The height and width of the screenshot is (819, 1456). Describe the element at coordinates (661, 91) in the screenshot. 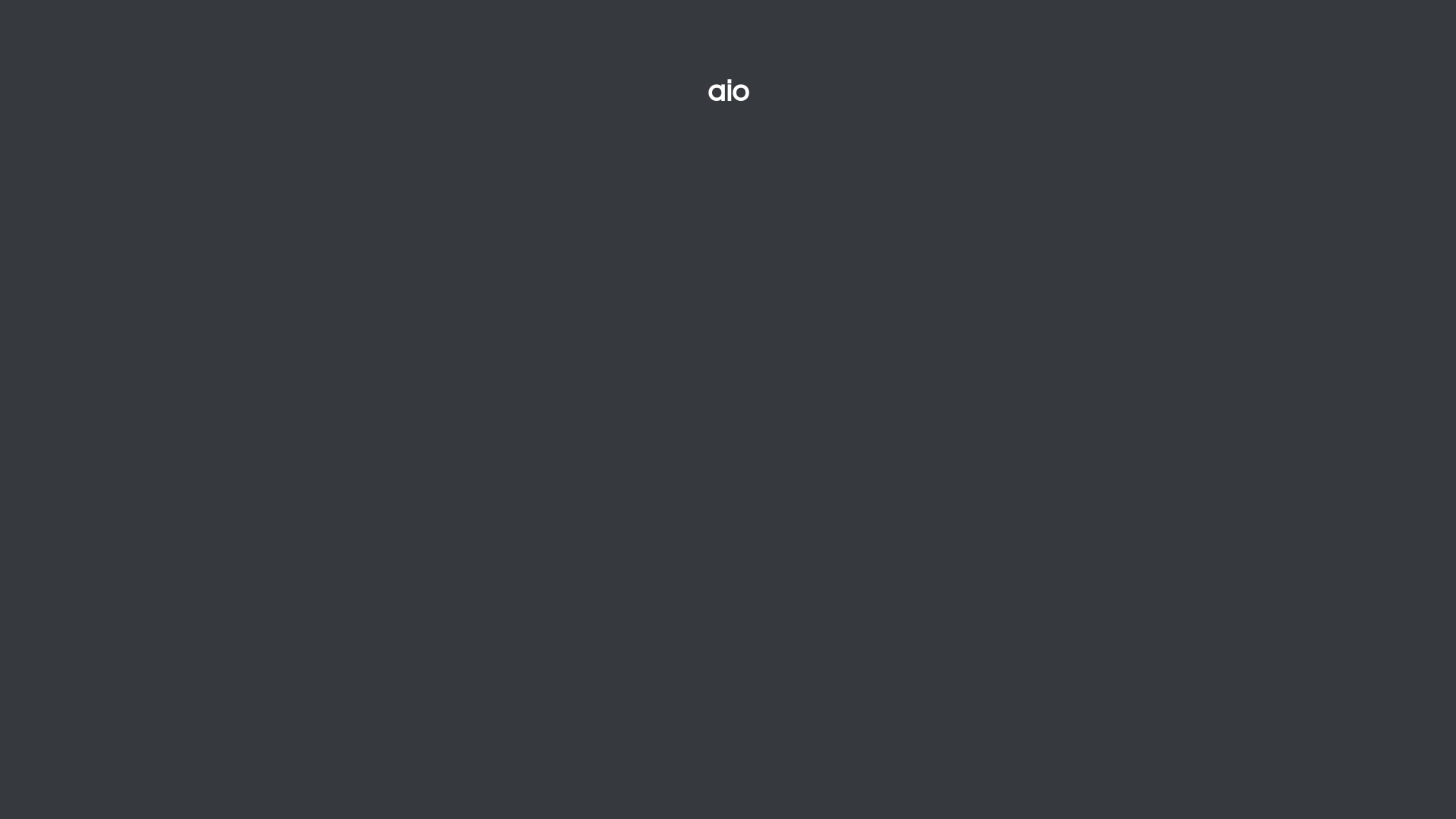

I see `'aio'` at that location.